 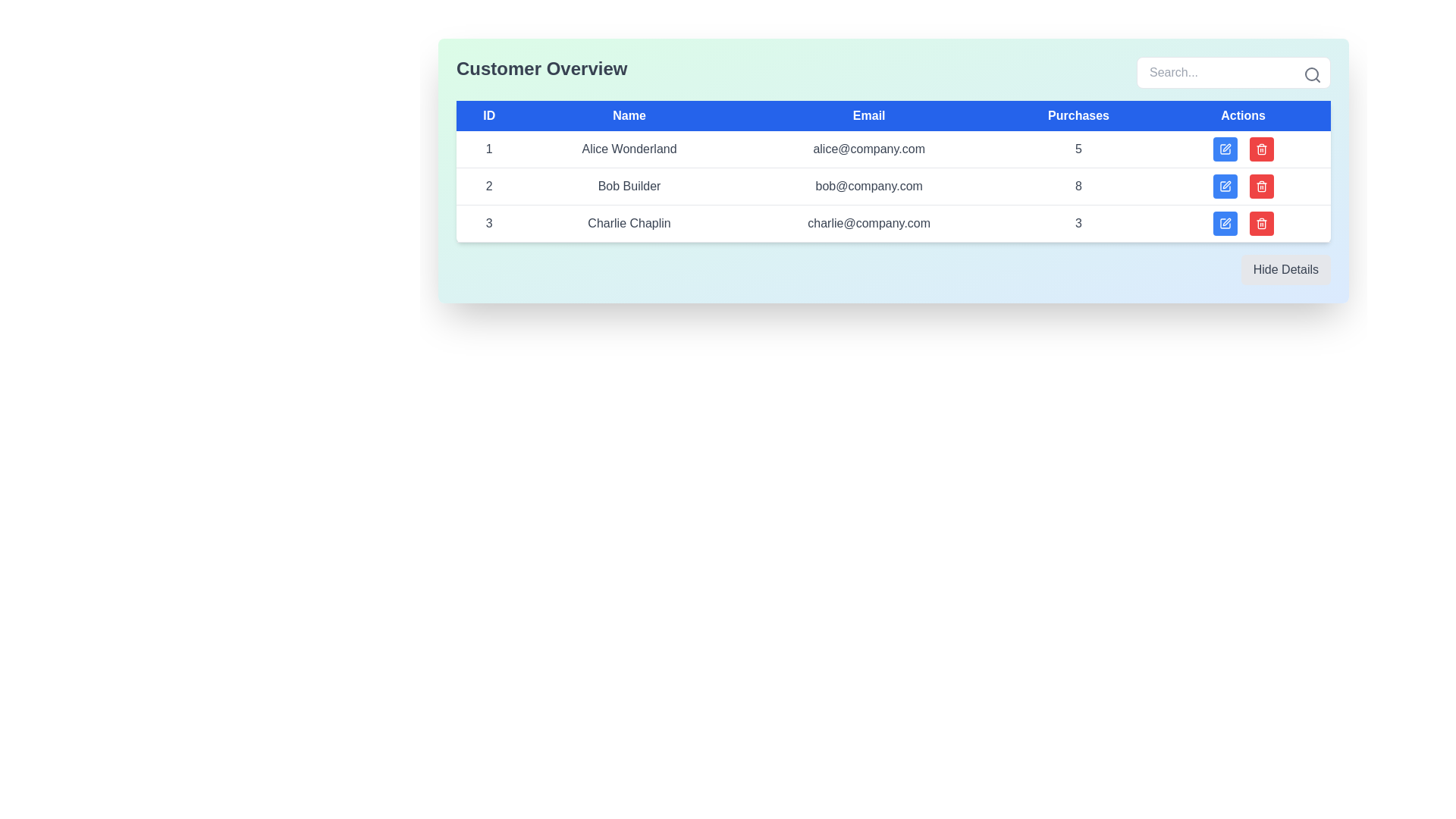 What do you see at coordinates (1261, 223) in the screenshot?
I see `the red circular button containing the trash can icon in the 'Actions' column for the row corresponding to 'Bob Builder'` at bounding box center [1261, 223].